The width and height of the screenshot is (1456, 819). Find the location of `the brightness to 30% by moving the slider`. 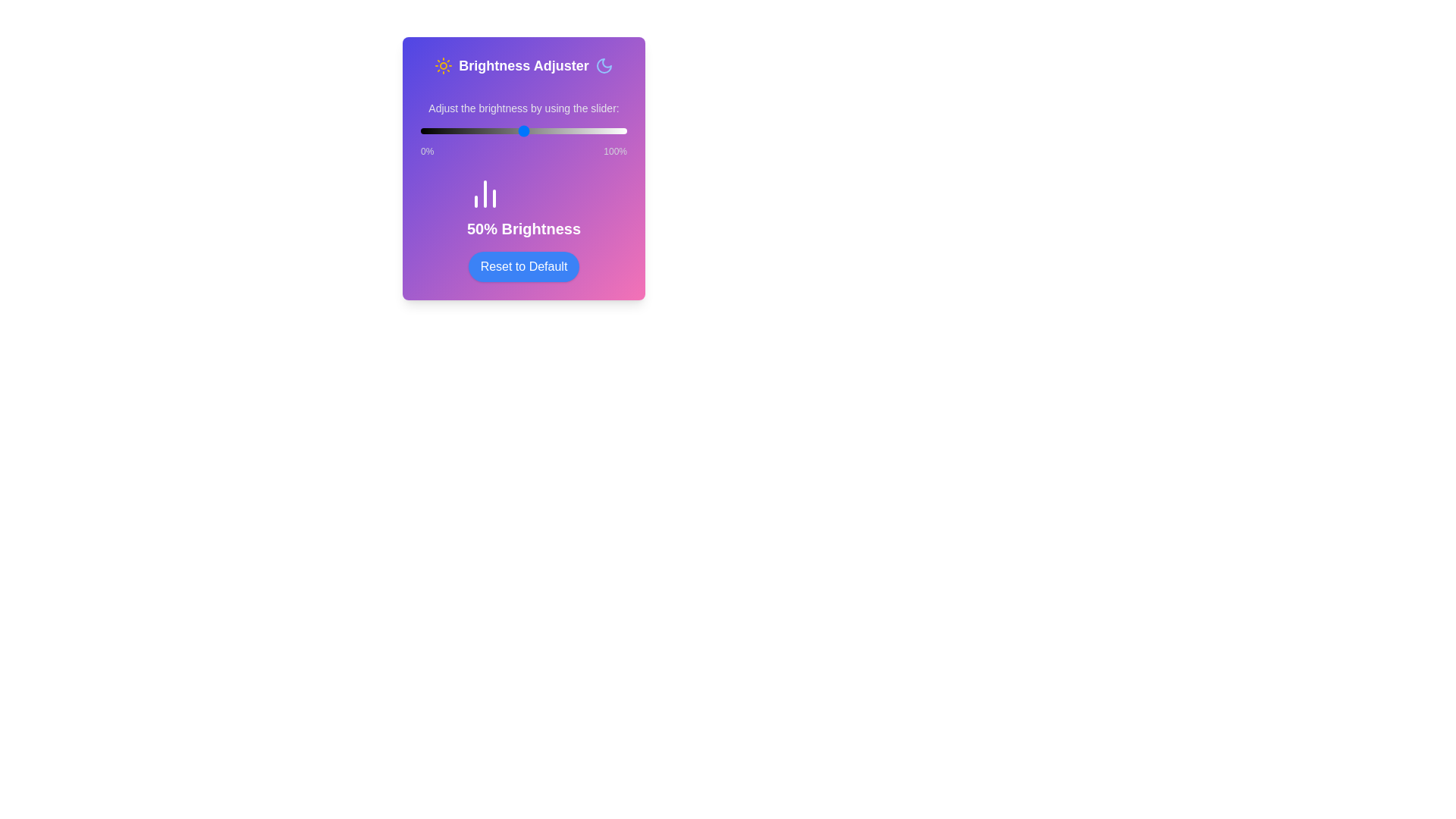

the brightness to 30% by moving the slider is located at coordinates (482, 130).